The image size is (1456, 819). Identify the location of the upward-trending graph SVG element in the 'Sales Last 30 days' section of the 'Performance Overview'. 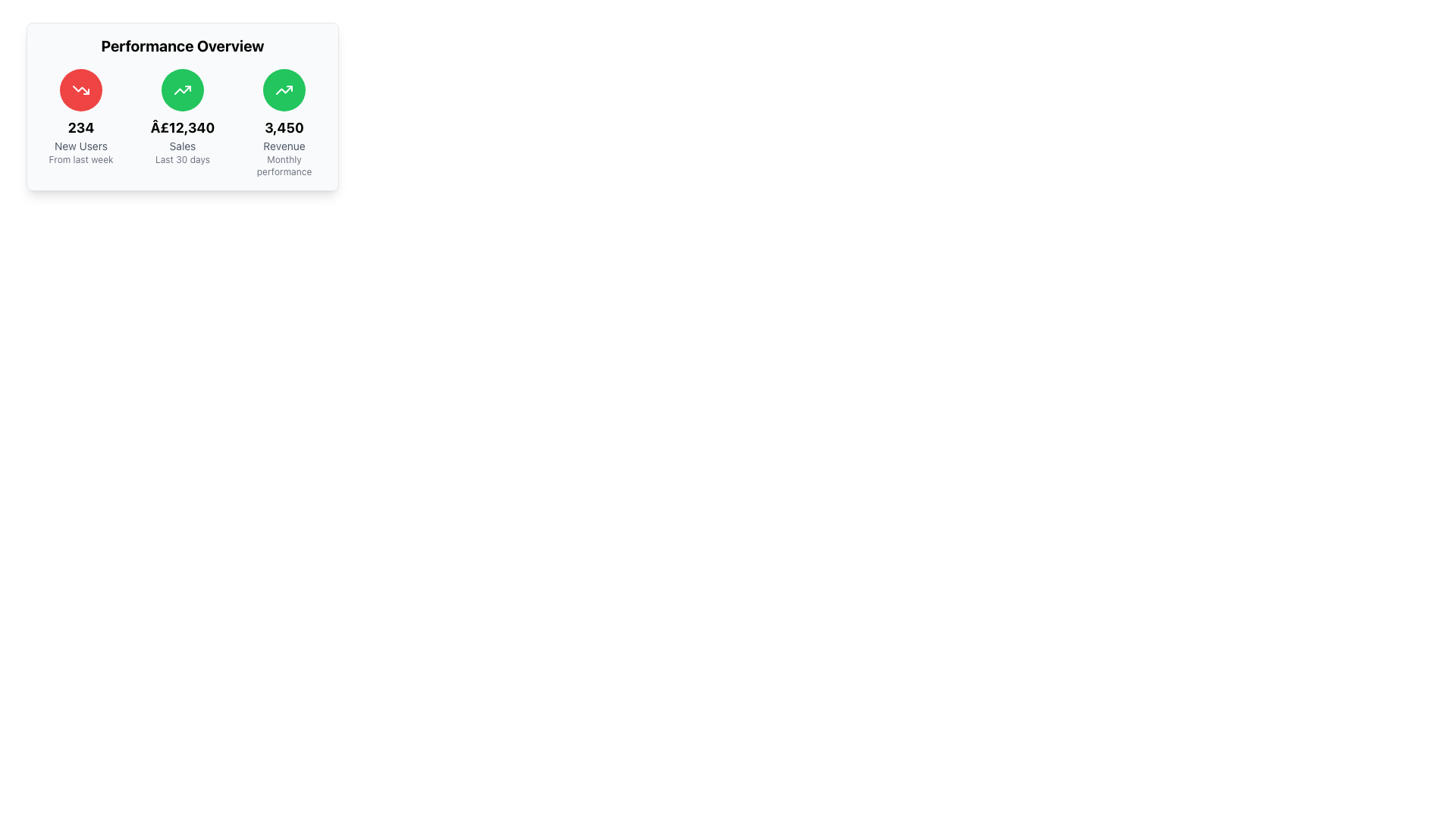
(284, 90).